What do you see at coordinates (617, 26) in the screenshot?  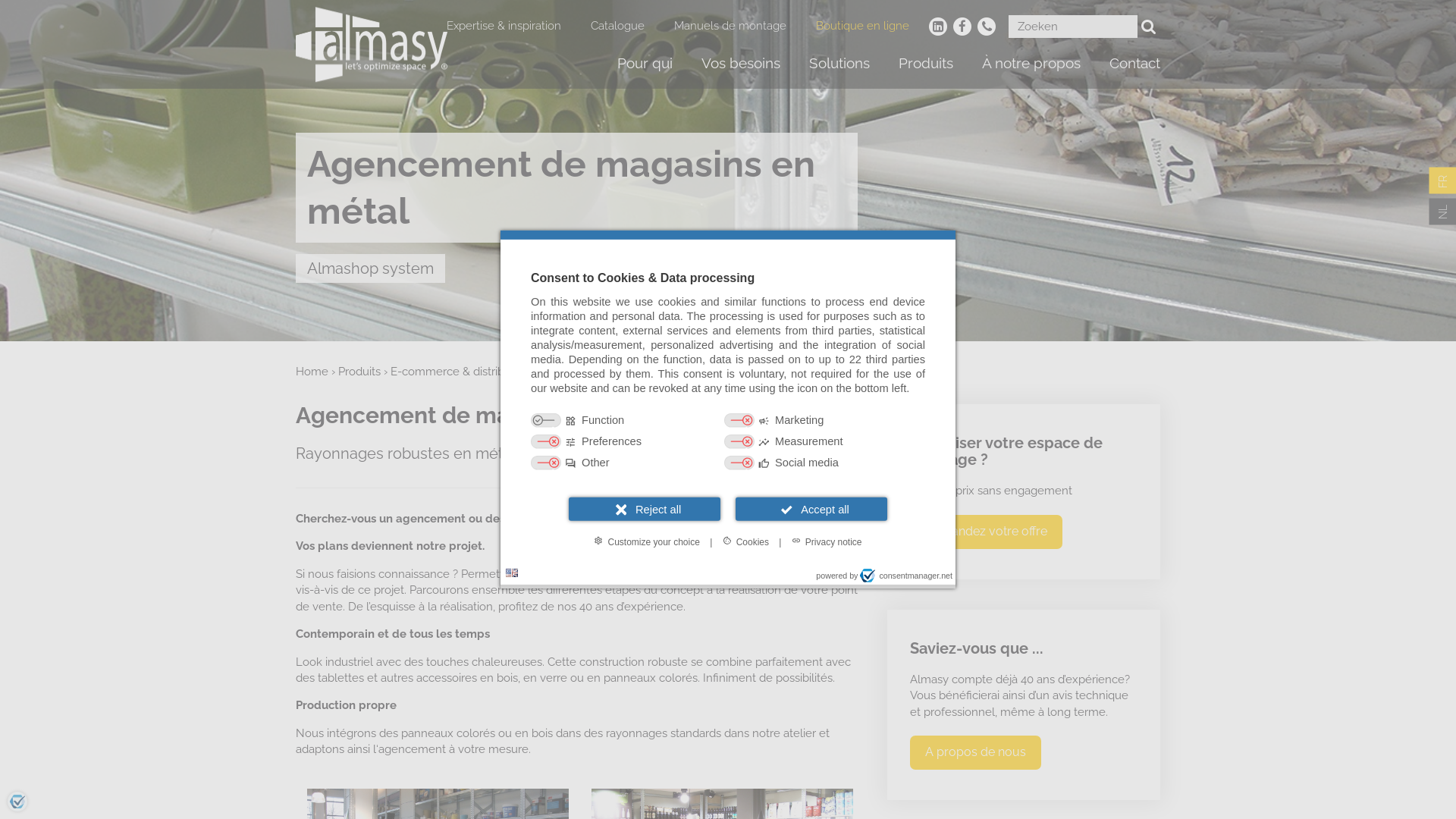 I see `'Catalogue'` at bounding box center [617, 26].